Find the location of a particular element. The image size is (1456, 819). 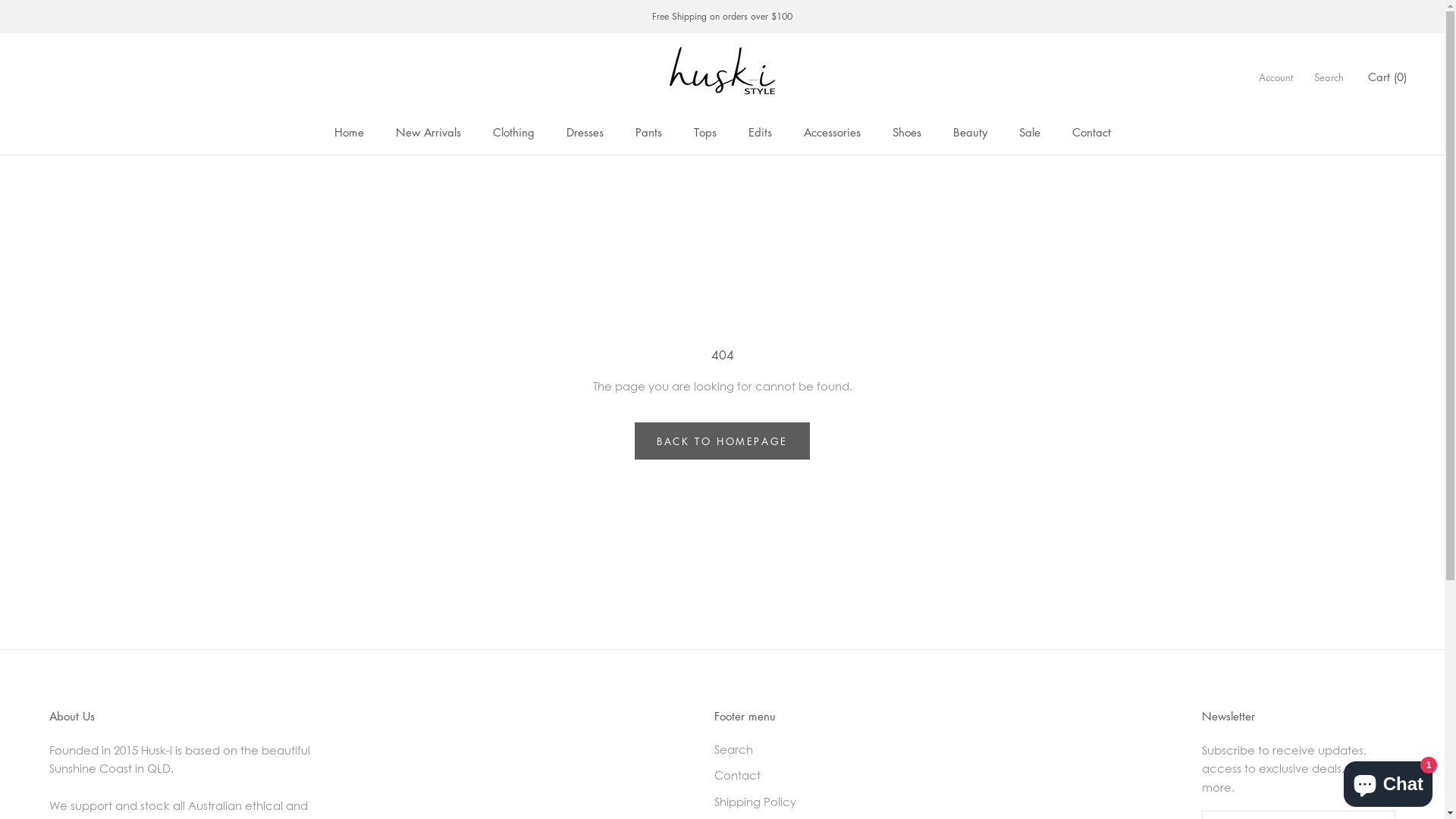

'Shipping Policy' is located at coordinates (758, 801).